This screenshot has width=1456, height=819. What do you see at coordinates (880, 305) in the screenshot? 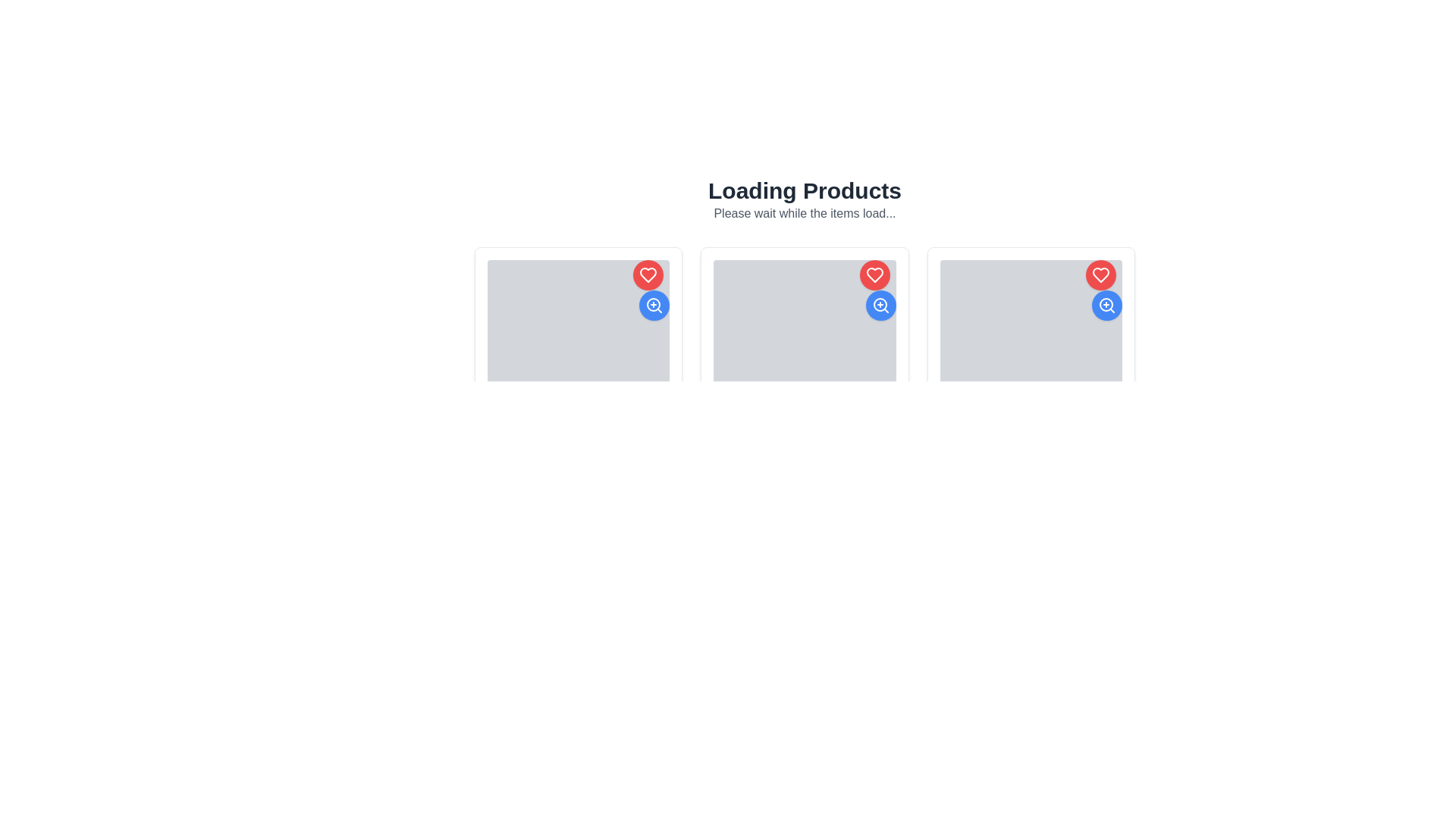
I see `the zoom button located at the bottom-right corner of the second card, below the red heart-shaped button` at bounding box center [880, 305].